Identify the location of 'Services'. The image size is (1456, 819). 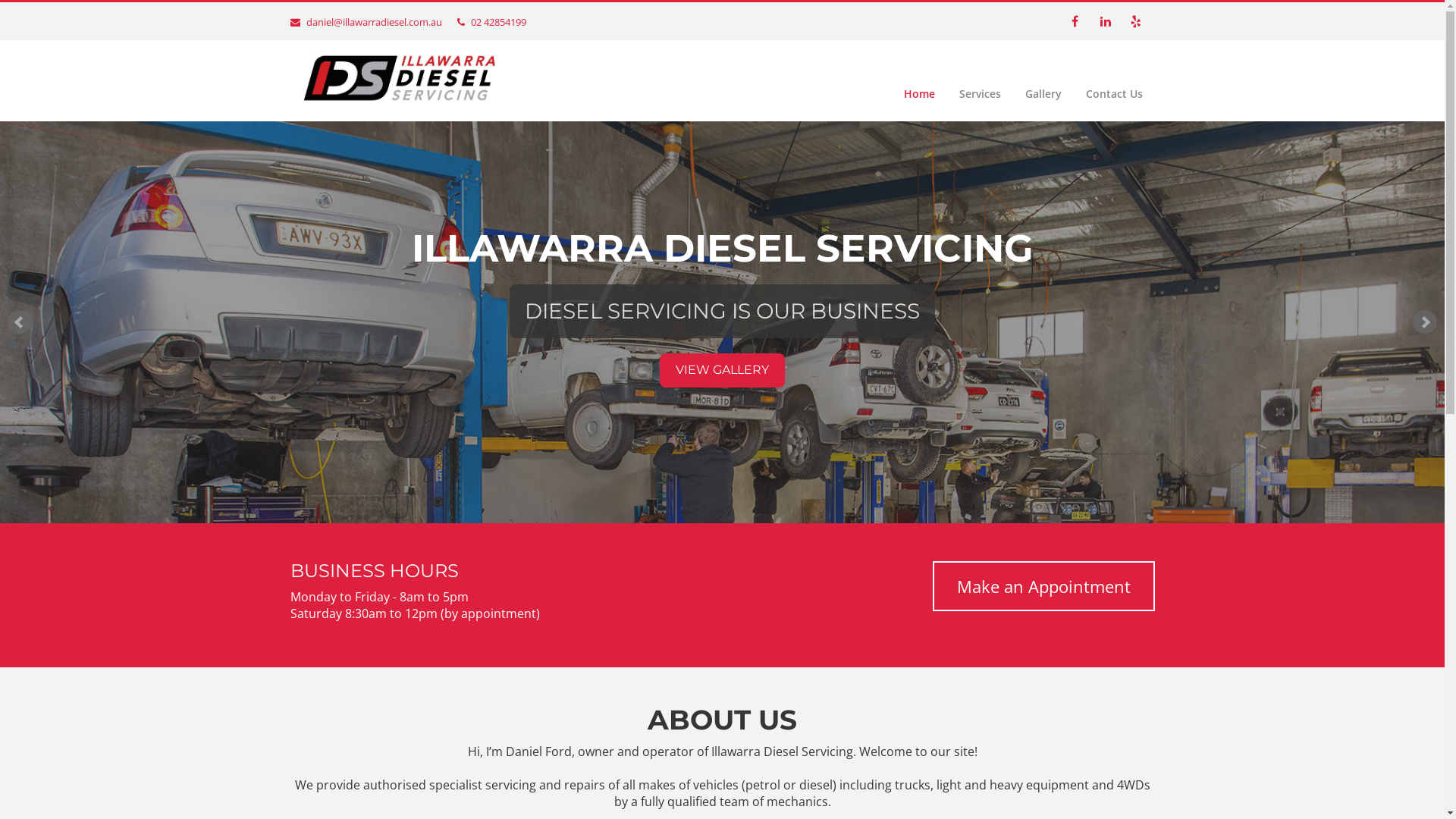
(979, 93).